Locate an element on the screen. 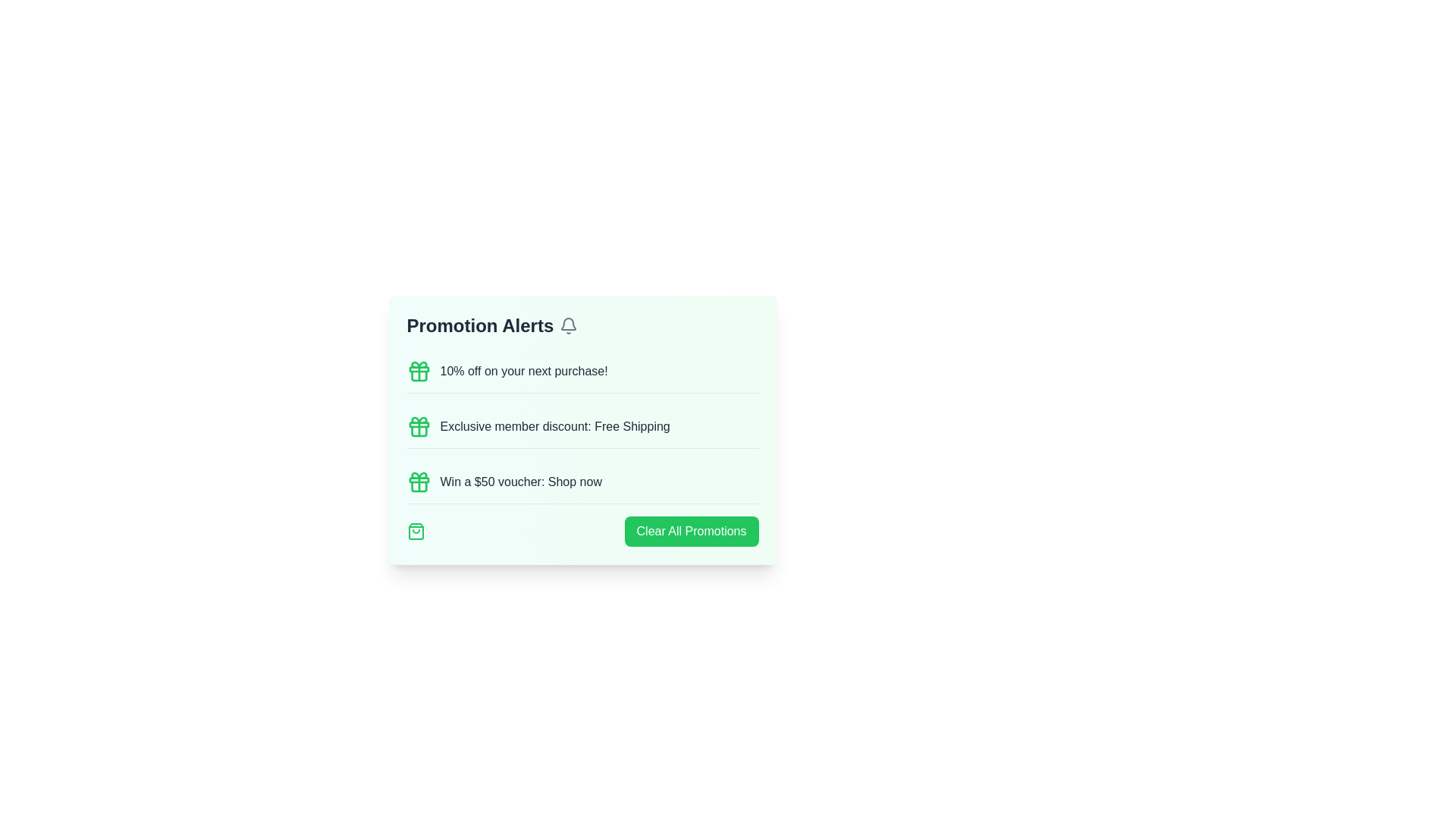 The image size is (1456, 819). the Decorative Icon resembling a gift box located in the 'Promotion Alerts' section, adjacent to the text 'Win a $50 voucher: Shop now' is located at coordinates (419, 475).